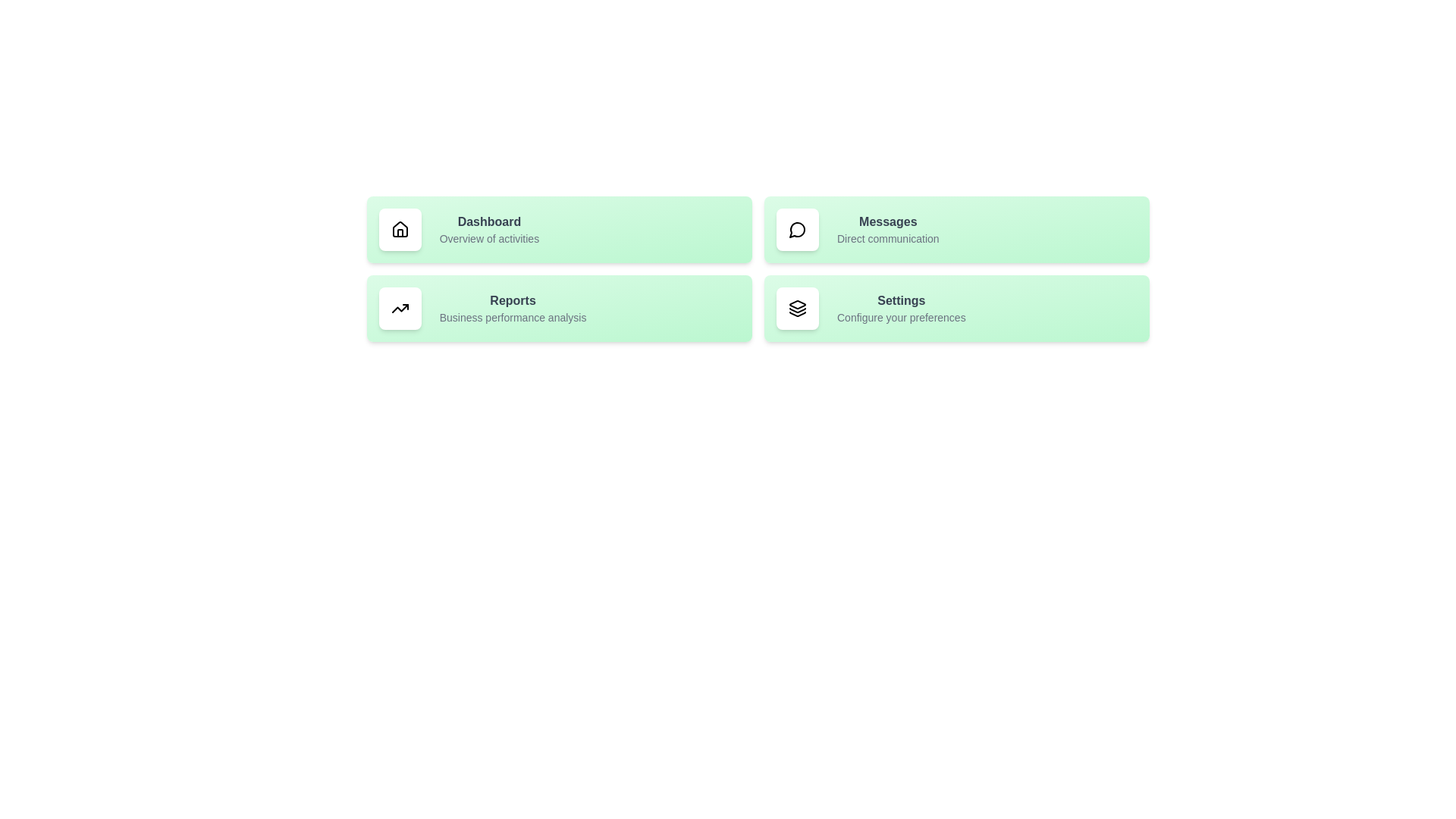  Describe the element at coordinates (488, 317) in the screenshot. I see `the text description of the item Reports` at that location.